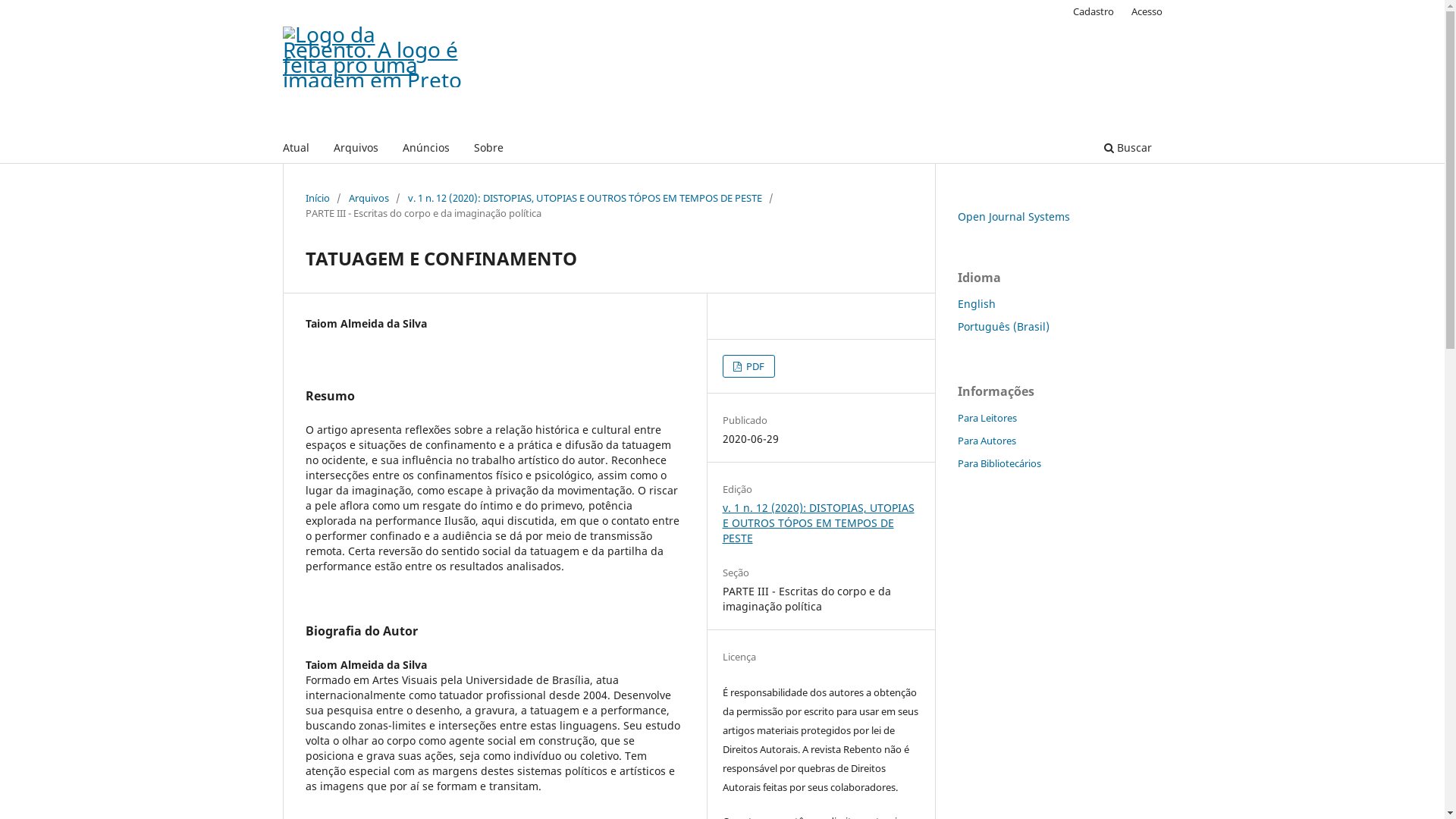 This screenshot has height=819, width=1456. I want to click on 'Open Journal Systems', so click(1012, 216).